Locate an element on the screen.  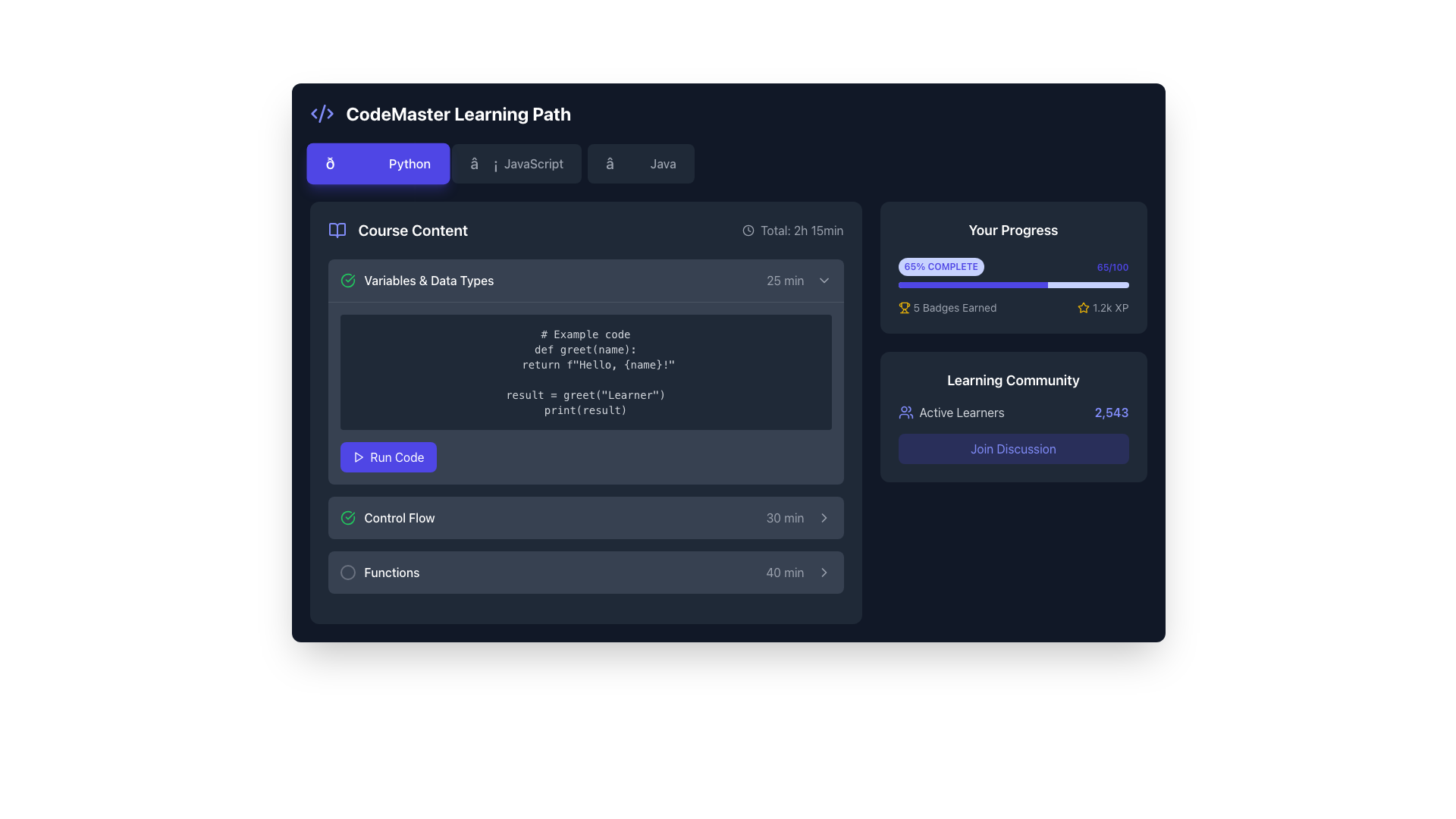
the labeled indicator with a green circle and check mark next to the text 'Variables & Data Types' is located at coordinates (416, 281).